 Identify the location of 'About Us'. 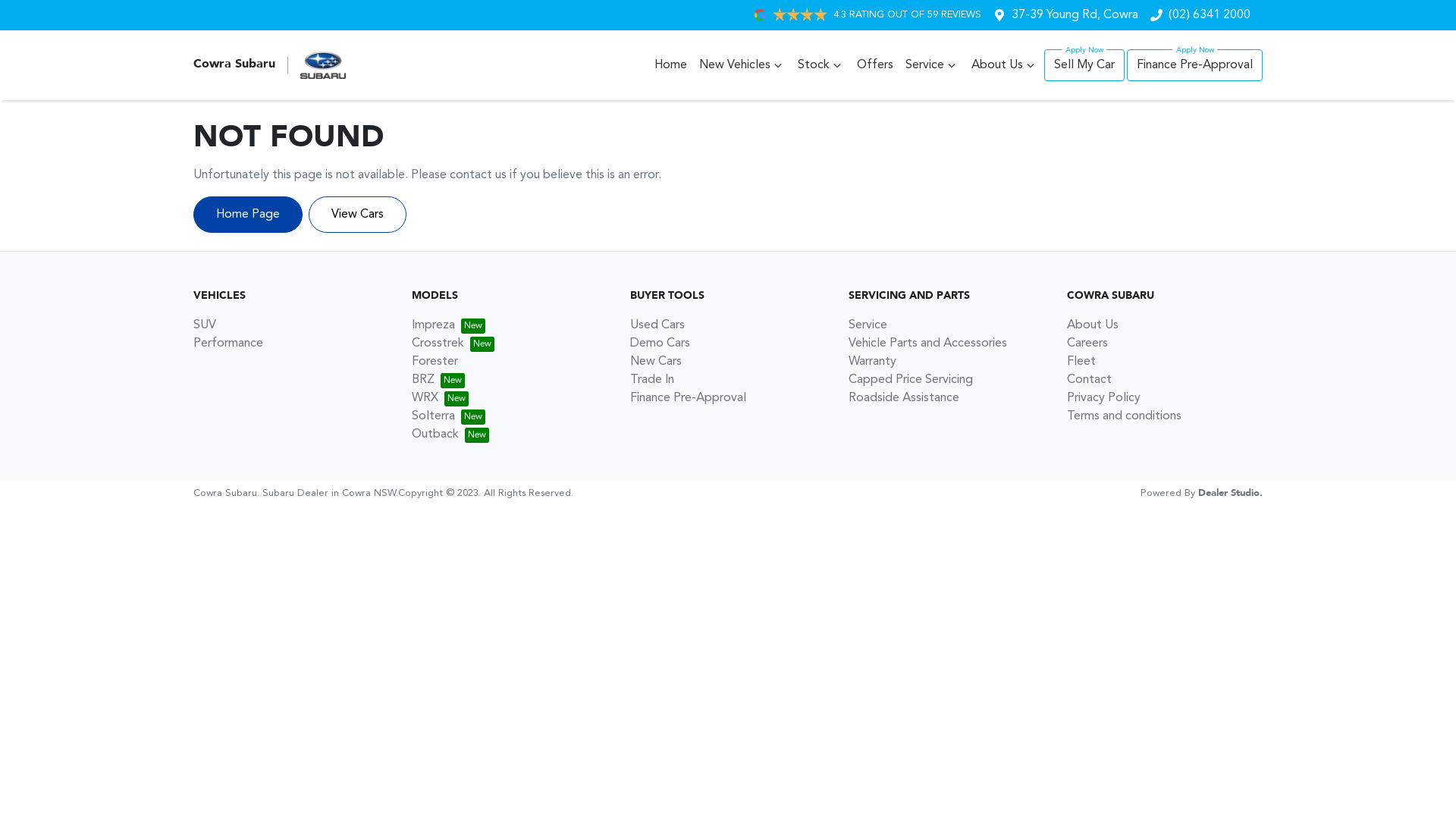
(1092, 324).